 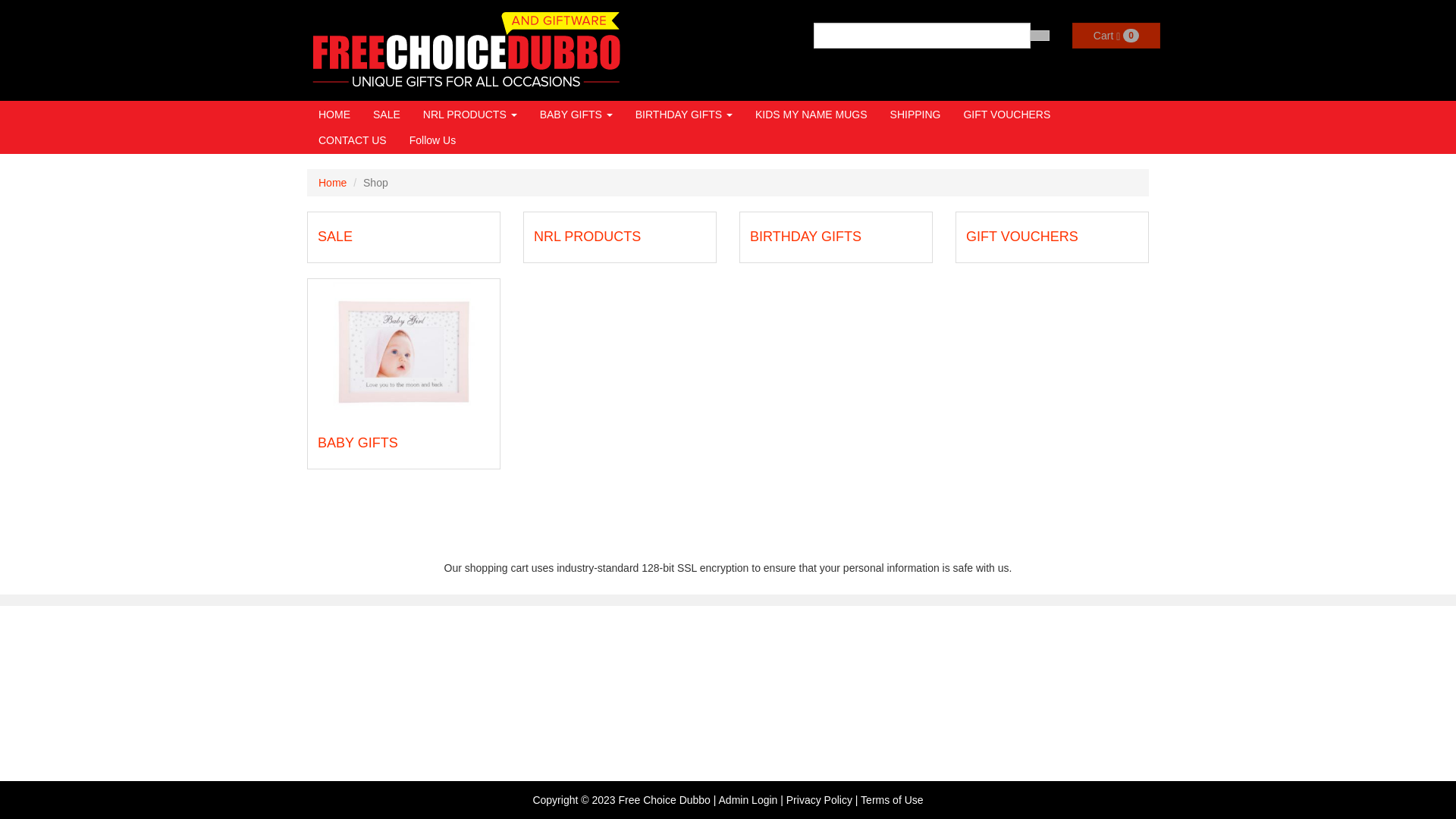 What do you see at coordinates (334, 113) in the screenshot?
I see `'HOME'` at bounding box center [334, 113].